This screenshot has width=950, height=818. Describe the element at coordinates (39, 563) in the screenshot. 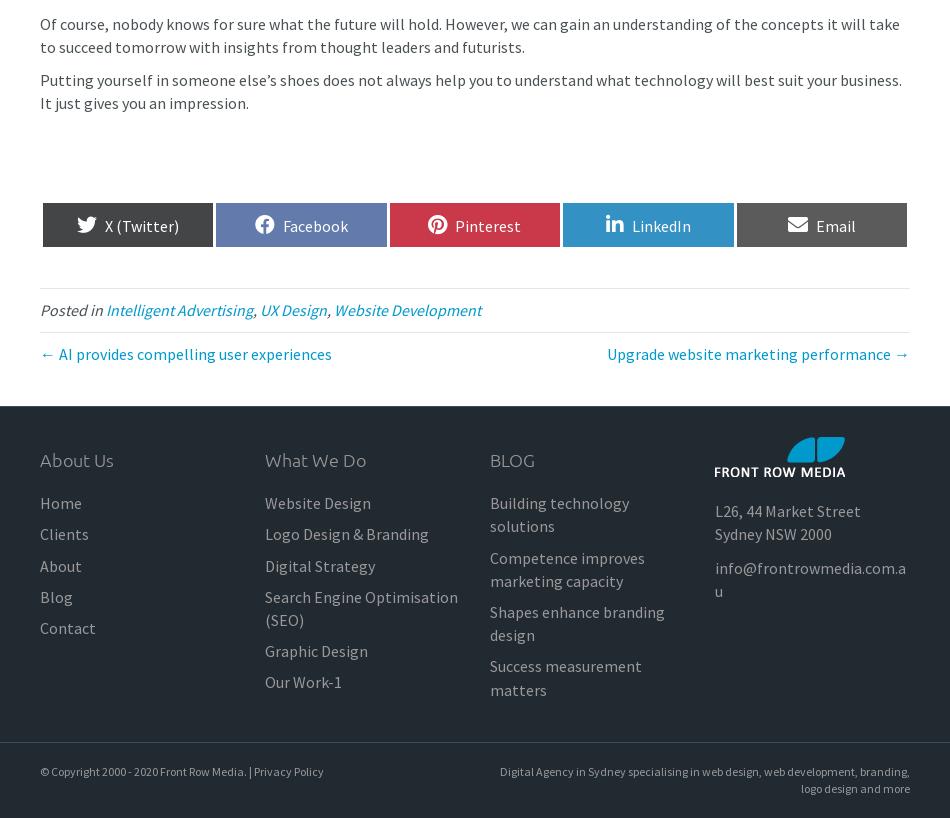

I see `'About'` at that location.